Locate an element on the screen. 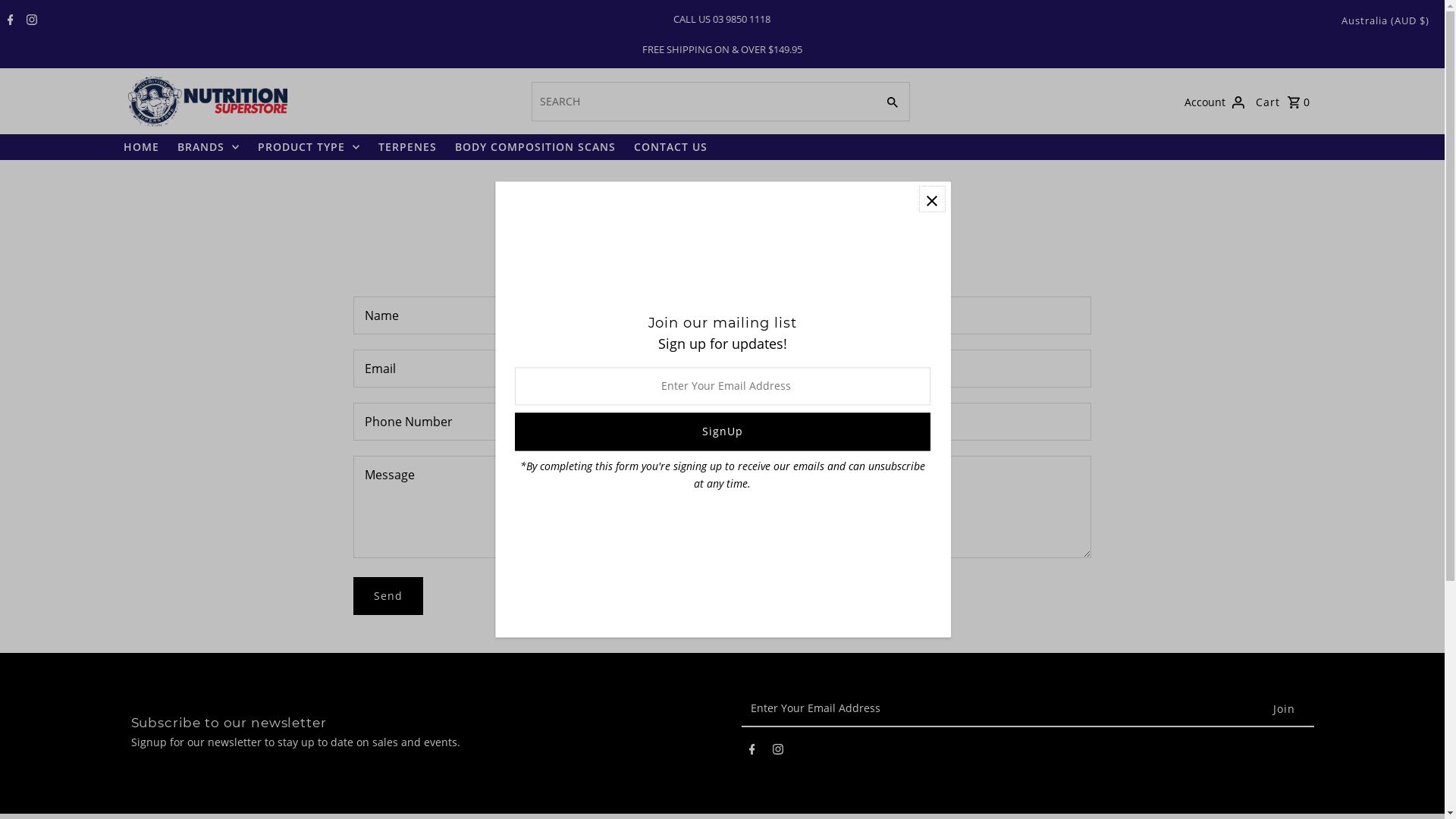 This screenshot has height=819, width=1456. 'CONTACT US' is located at coordinates (670, 146).